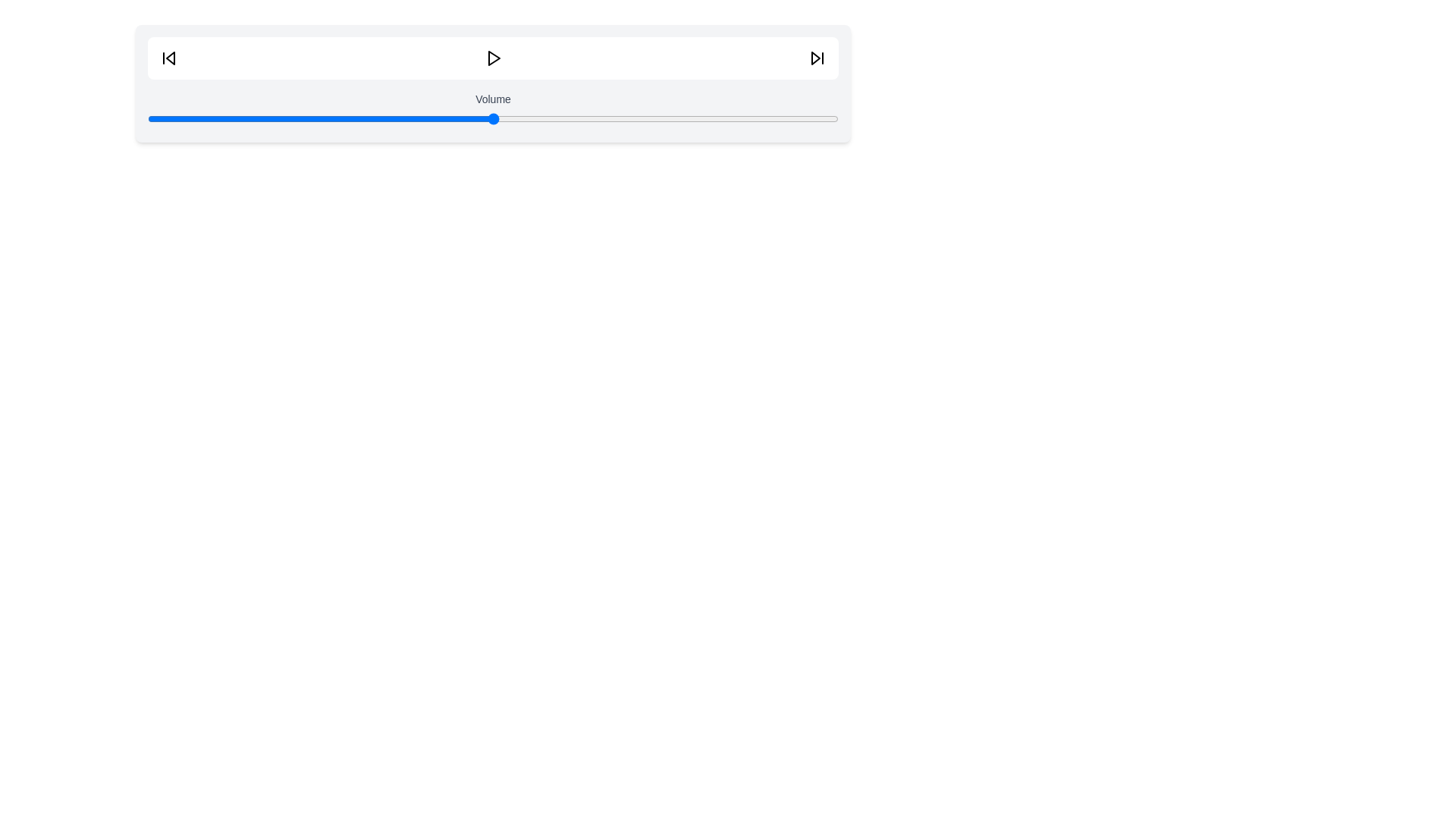 The width and height of the screenshot is (1456, 819). Describe the element at coordinates (312, 118) in the screenshot. I see `the volume level` at that location.